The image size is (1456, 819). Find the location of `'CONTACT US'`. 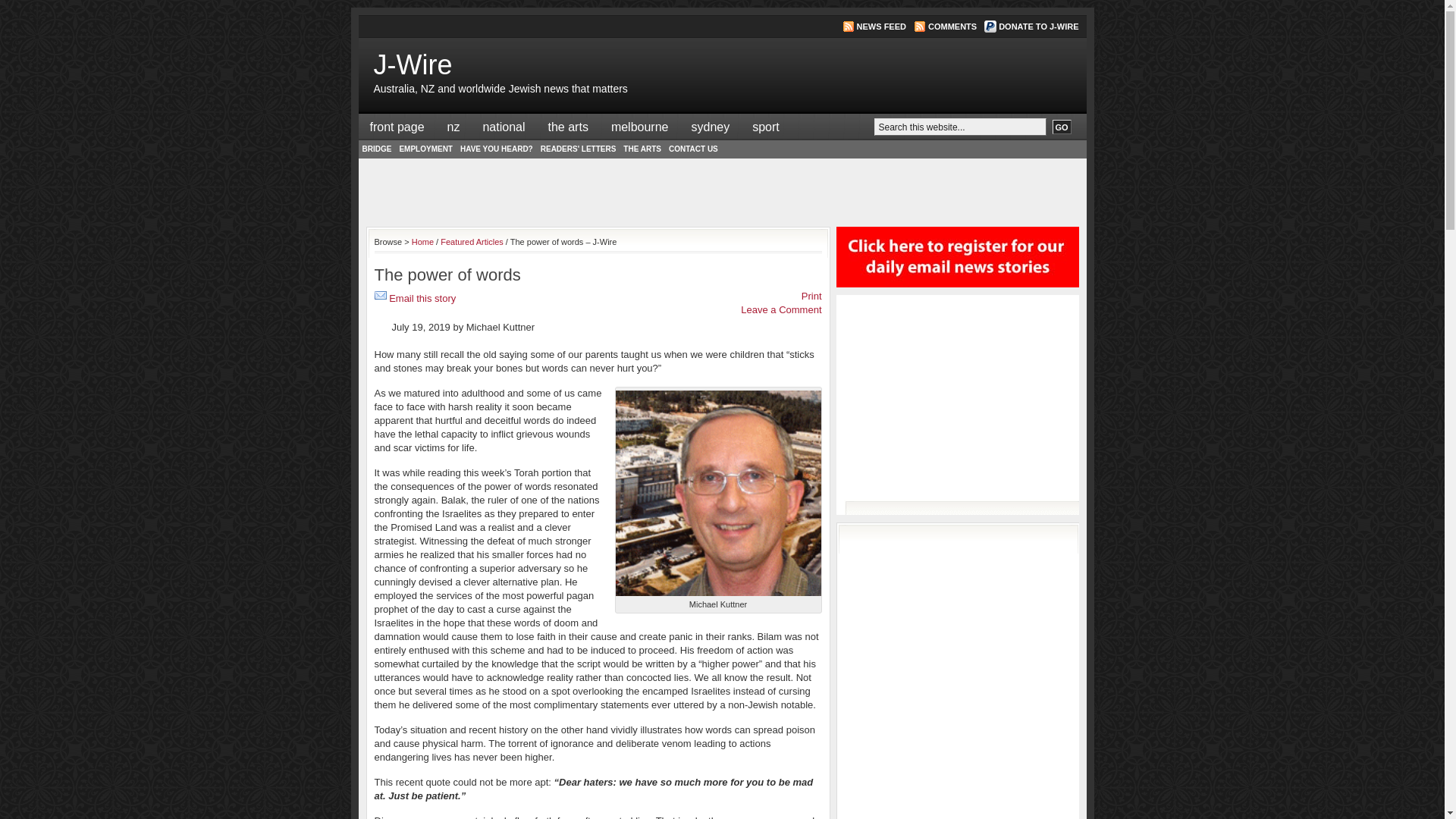

'CONTACT US' is located at coordinates (692, 149).